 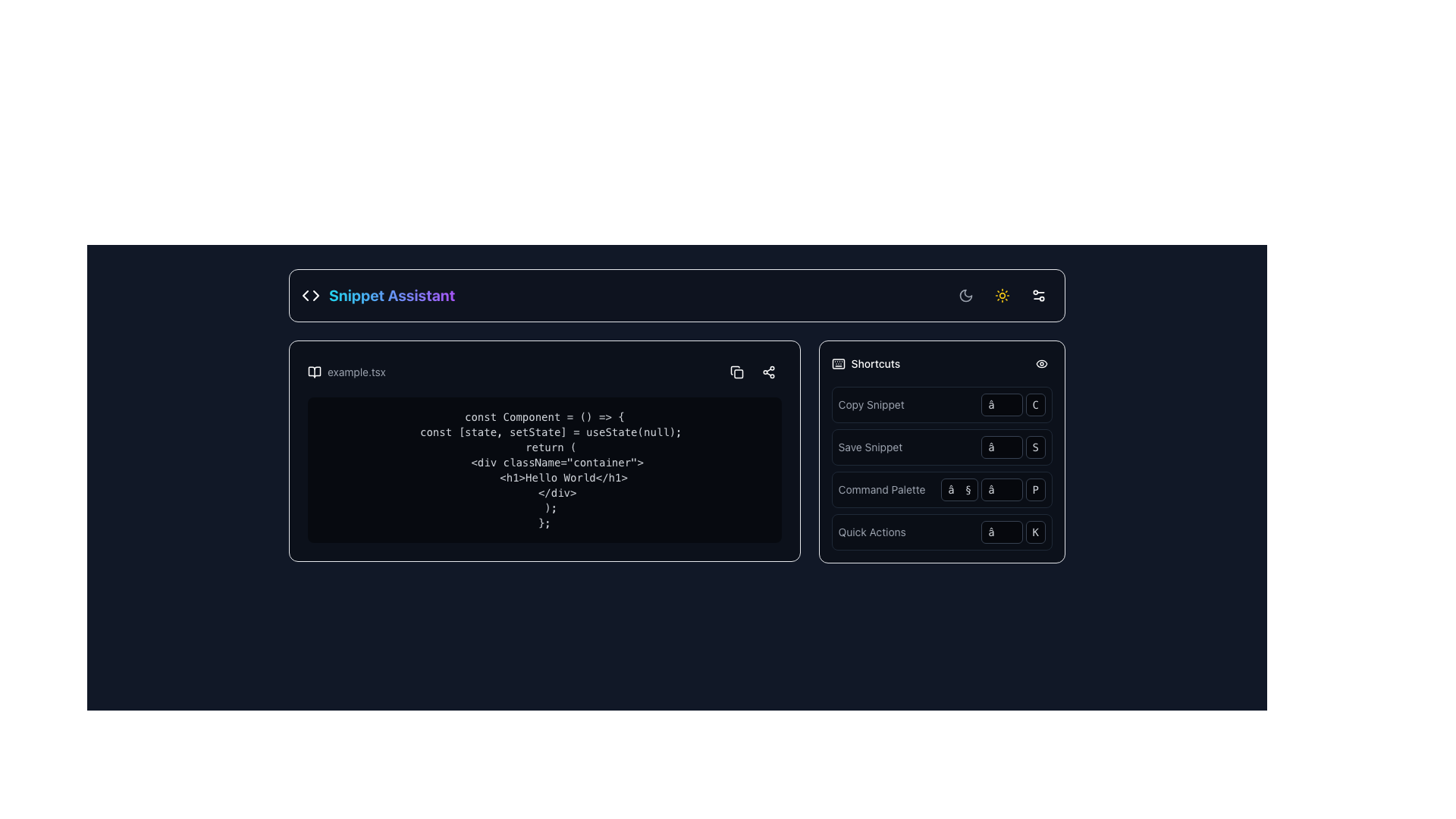 I want to click on the circular button with a moon icon, so click(x=965, y=295).